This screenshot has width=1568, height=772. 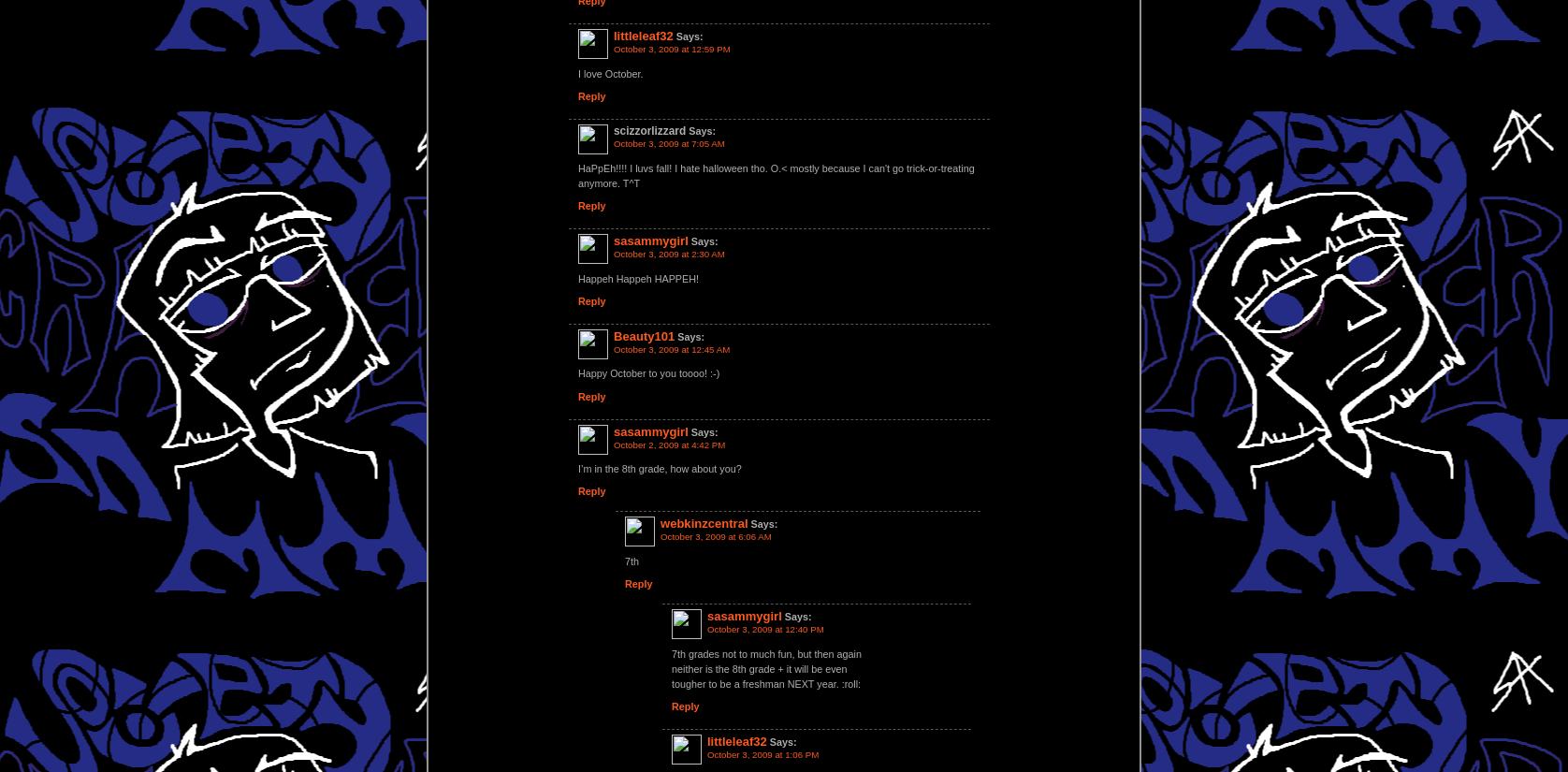 I want to click on 'October 3, 2009 at 2:30 AM', so click(x=612, y=253).